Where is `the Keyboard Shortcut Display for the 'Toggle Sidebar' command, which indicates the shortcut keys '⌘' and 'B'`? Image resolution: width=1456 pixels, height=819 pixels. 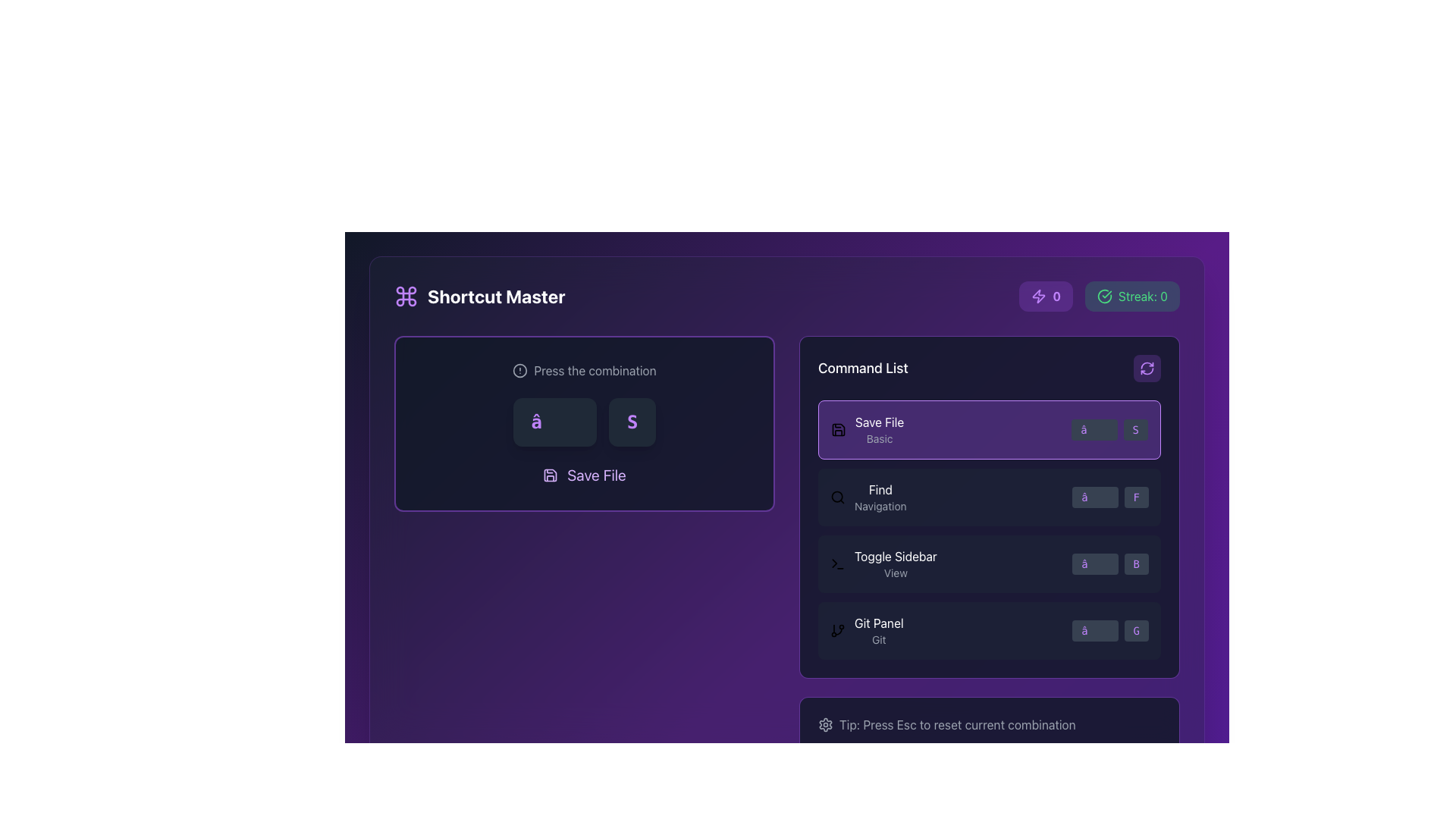 the Keyboard Shortcut Display for the 'Toggle Sidebar' command, which indicates the shortcut keys '⌘' and 'B' is located at coordinates (1110, 564).